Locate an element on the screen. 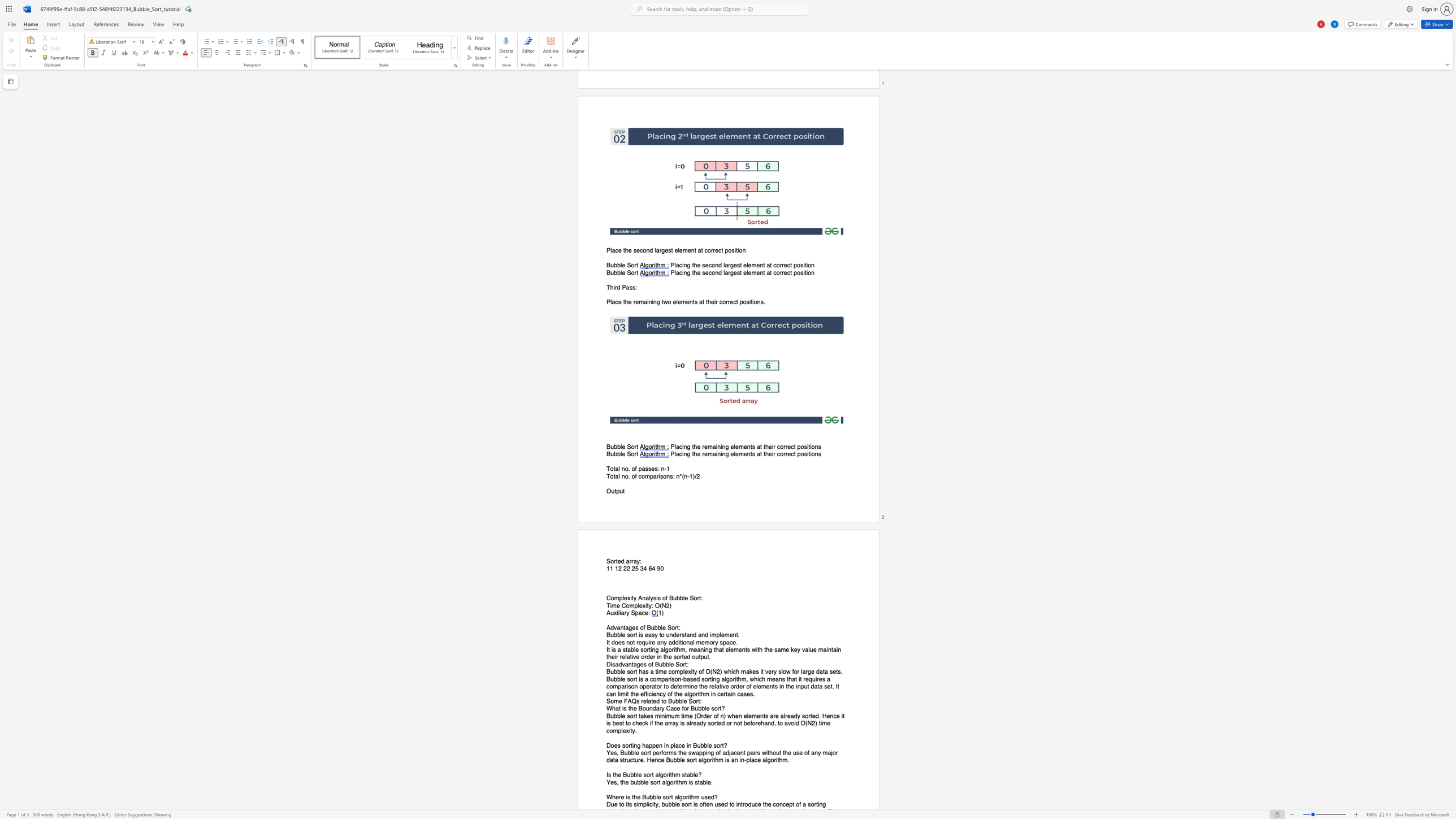 The image size is (1456, 819). the subset text "of the algorithm" within the text "the relative order of elements in the input data set. It can limit the efficiency of the algorithm in certain cases." is located at coordinates (667, 694).